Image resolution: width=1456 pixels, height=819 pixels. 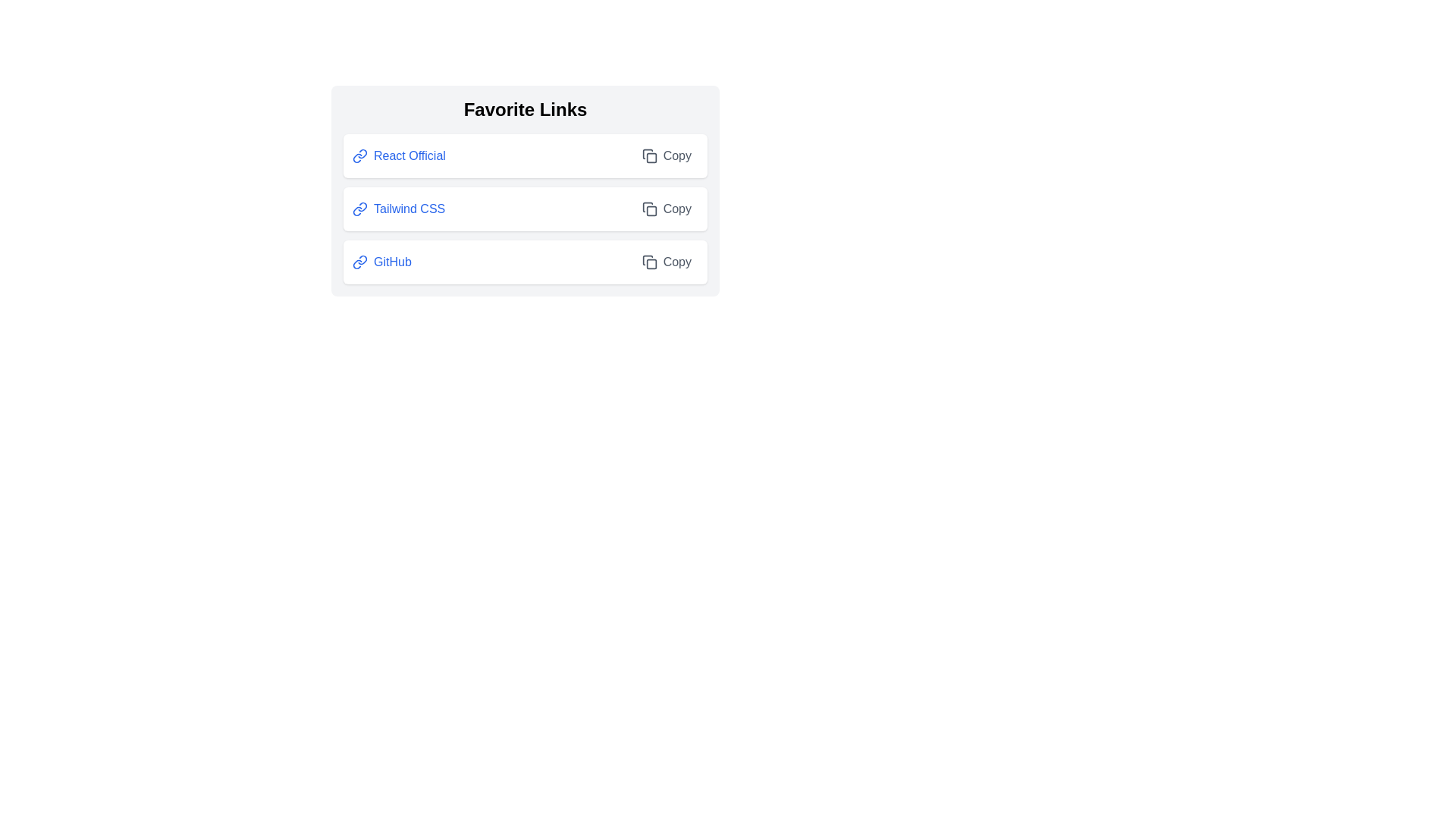 What do you see at coordinates (362, 154) in the screenshot?
I see `the decorative link icon segment representing the 'React Official' link in the 'Favorite Links' list` at bounding box center [362, 154].